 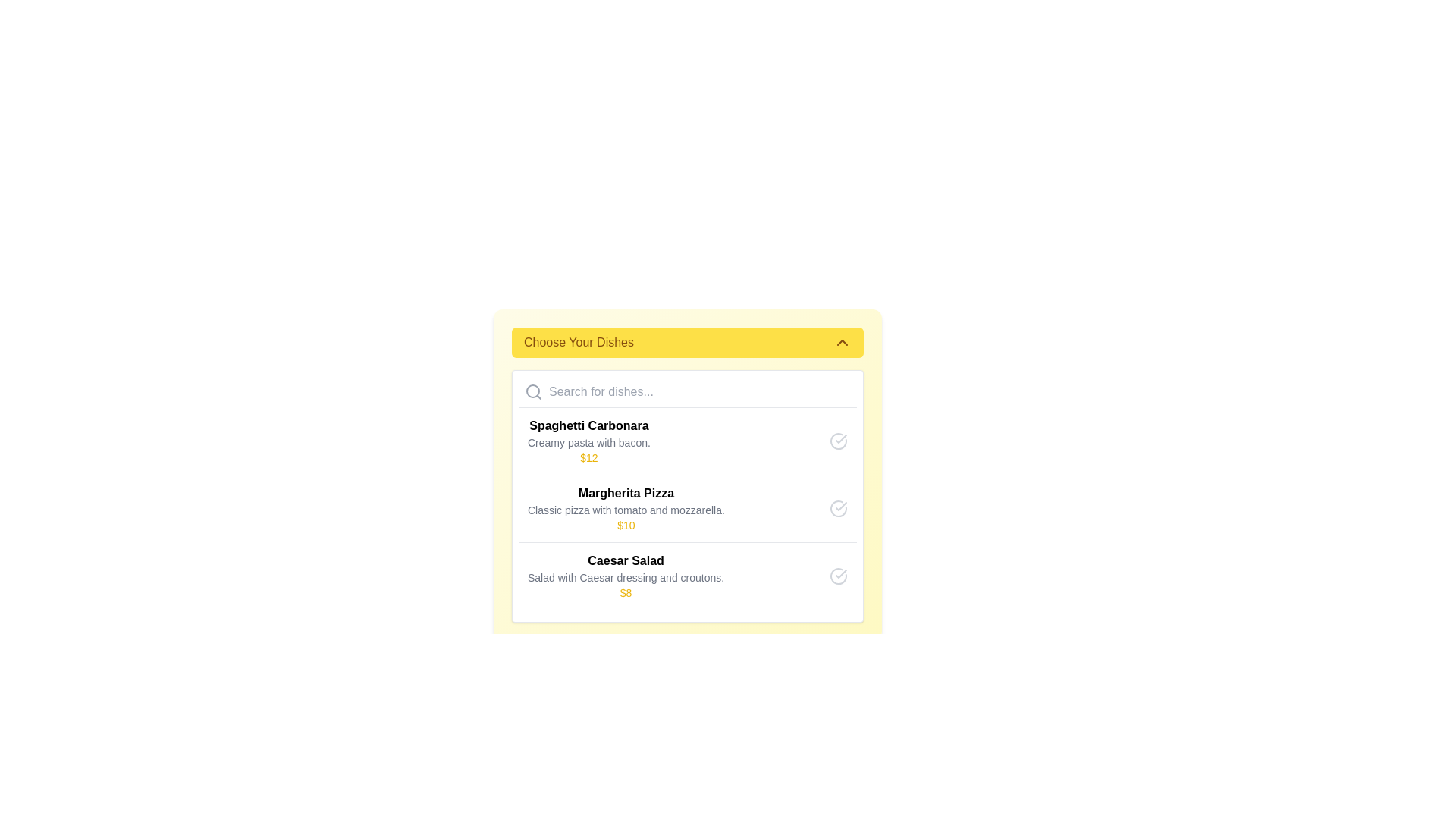 I want to click on the circular graphical component of the magnifying glass icon located in the search bar area of the 'Choose Your Dishes' section, so click(x=532, y=391).